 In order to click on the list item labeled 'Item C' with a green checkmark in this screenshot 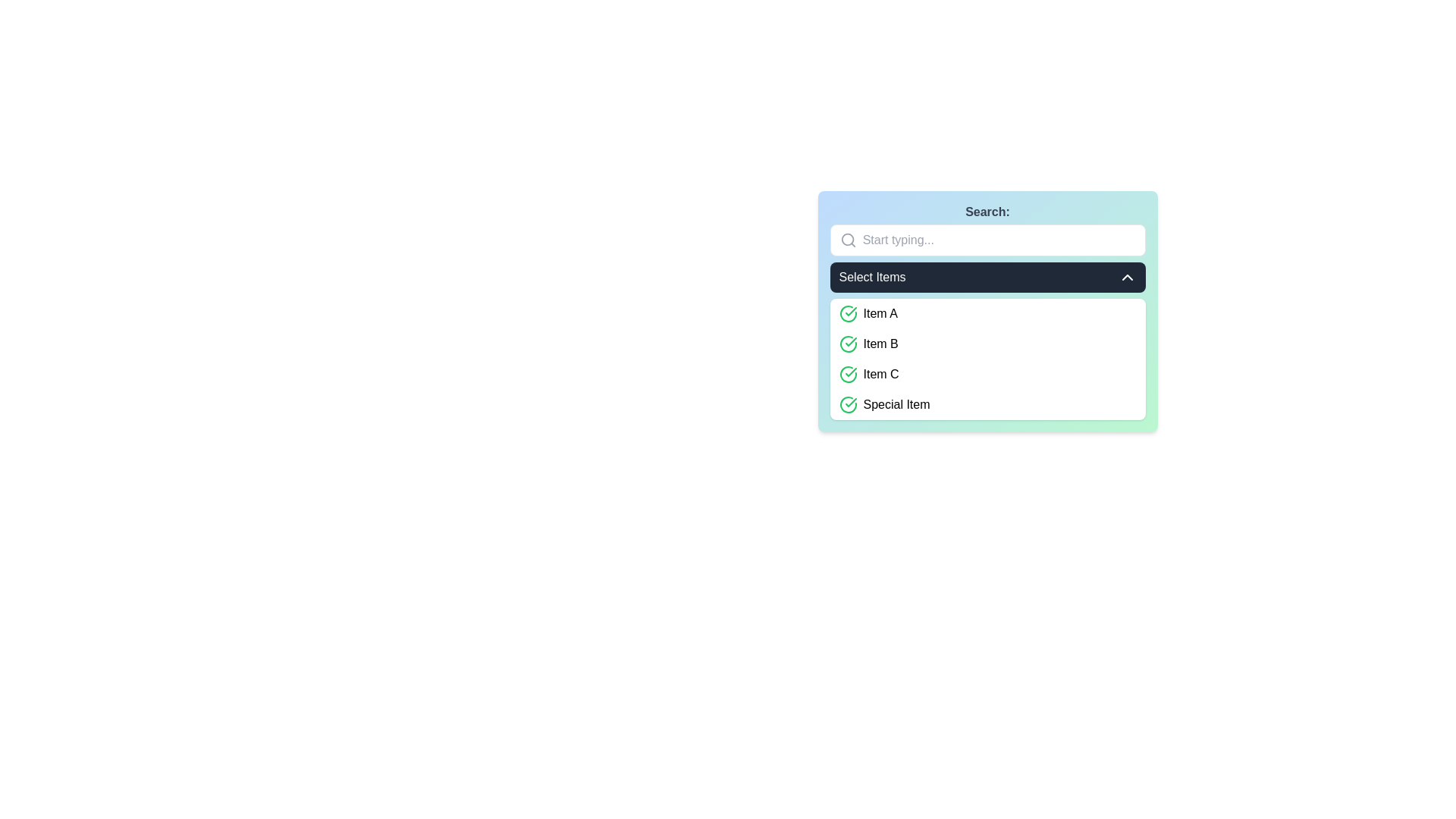, I will do `click(987, 374)`.